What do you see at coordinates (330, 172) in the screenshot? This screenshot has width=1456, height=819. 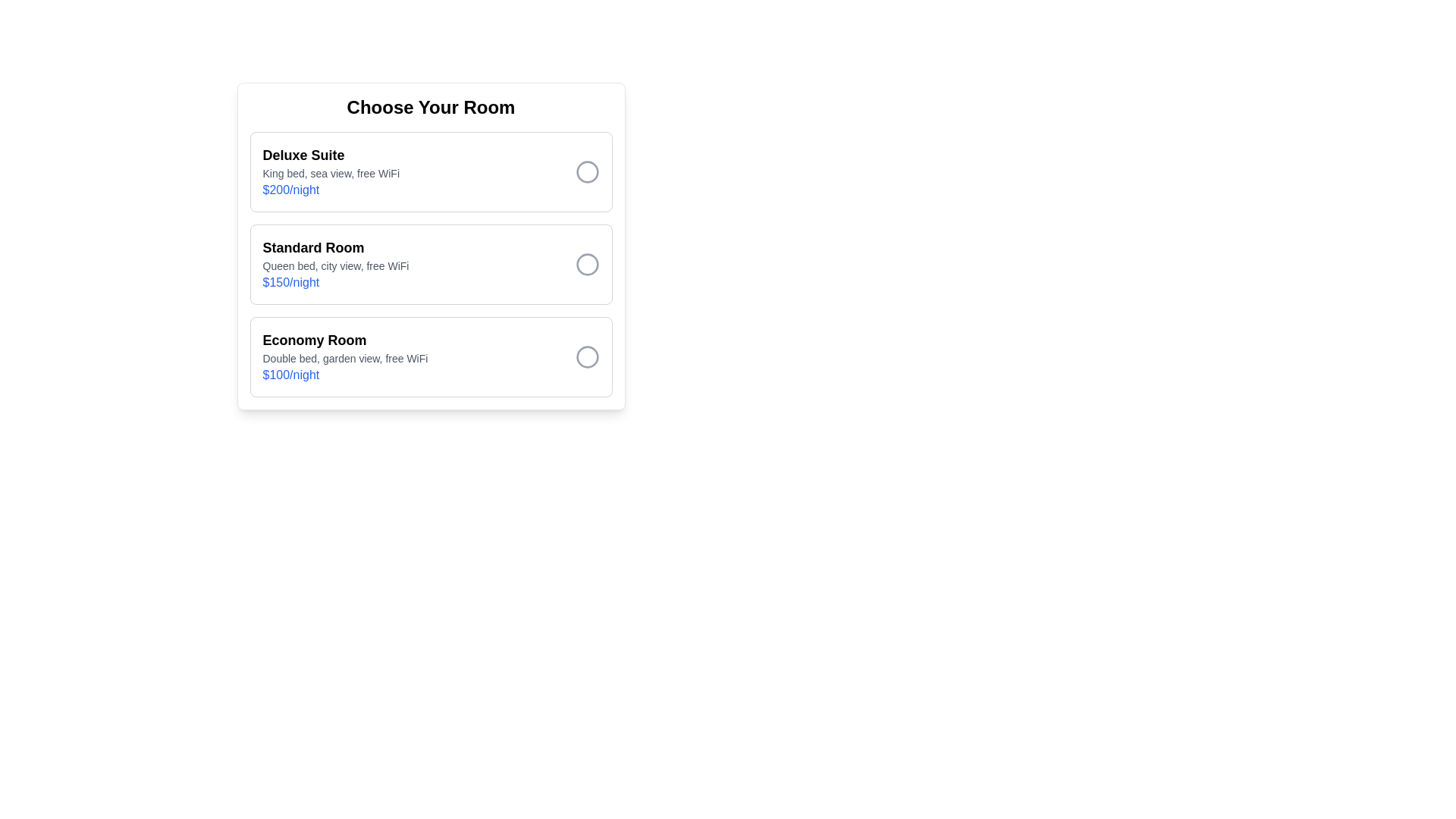 I see `the static text element displaying 'King bed, sea view, free WiFi', which is located below the 'Deluxe Suite' title and above the price '$200/night'` at bounding box center [330, 172].